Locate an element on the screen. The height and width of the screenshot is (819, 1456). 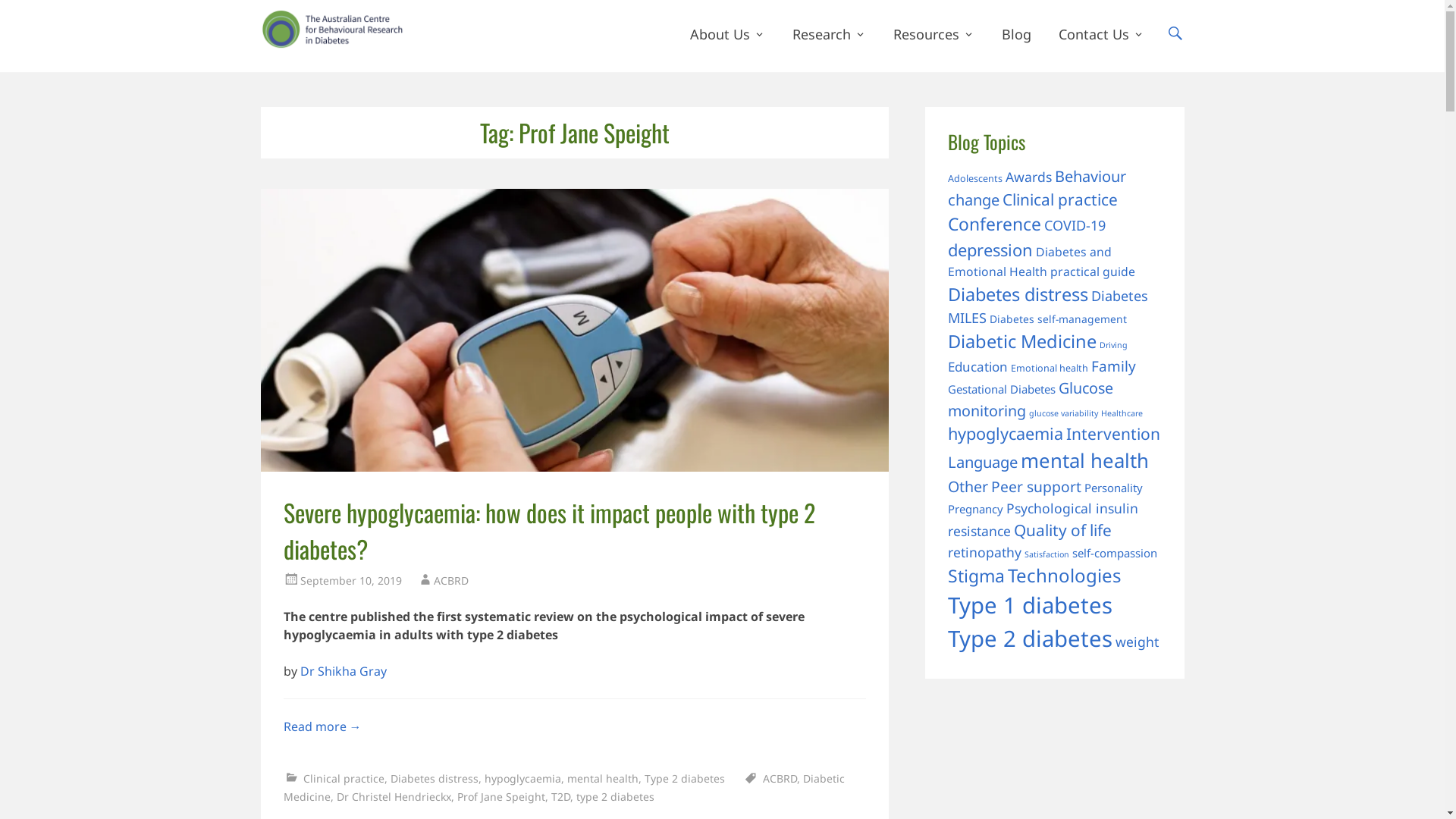
'September 10, 2019' is located at coordinates (350, 580).